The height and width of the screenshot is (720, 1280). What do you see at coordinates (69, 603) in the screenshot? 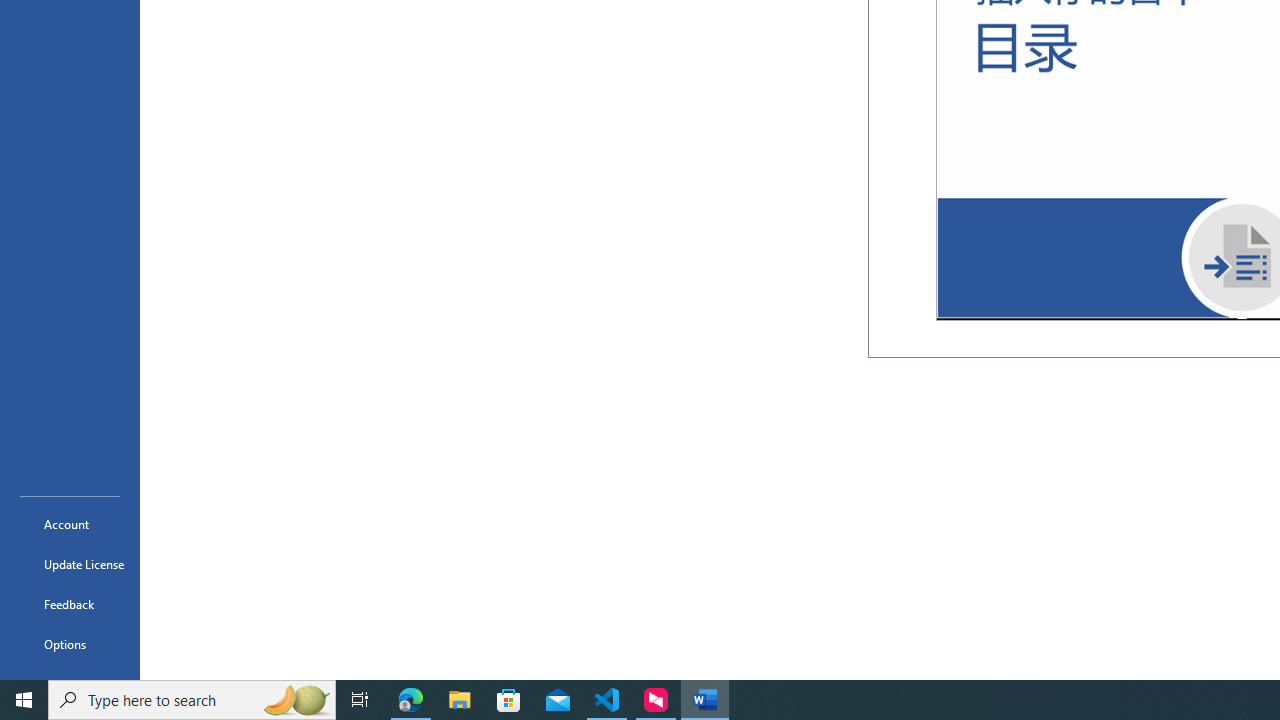
I see `'Feedback'` at bounding box center [69, 603].